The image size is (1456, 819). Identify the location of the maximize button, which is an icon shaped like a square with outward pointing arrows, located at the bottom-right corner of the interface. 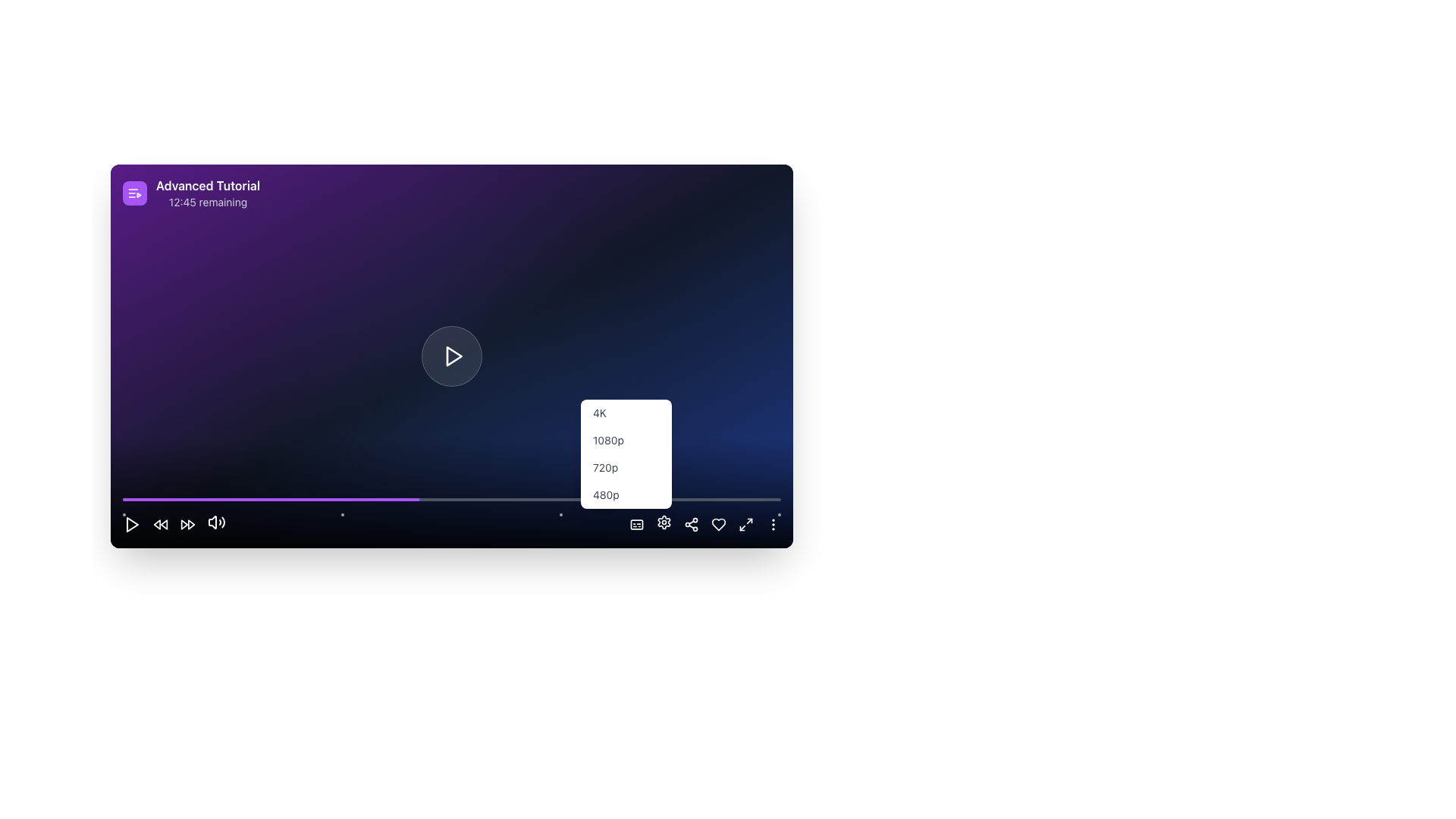
(745, 523).